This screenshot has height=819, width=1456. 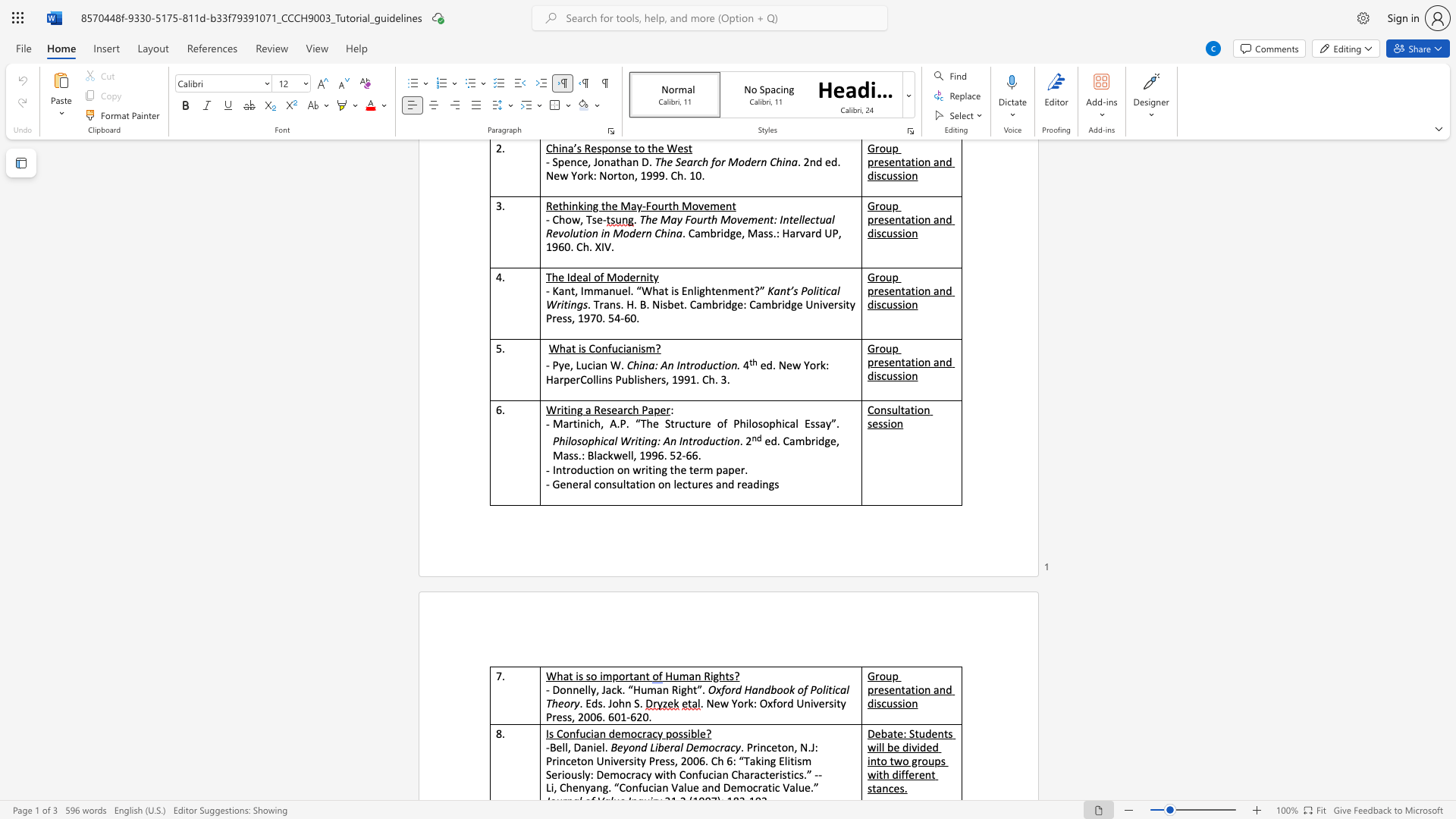 I want to click on the subset text "er." within the text "Introduction on writing the term paper.", so click(x=734, y=469).